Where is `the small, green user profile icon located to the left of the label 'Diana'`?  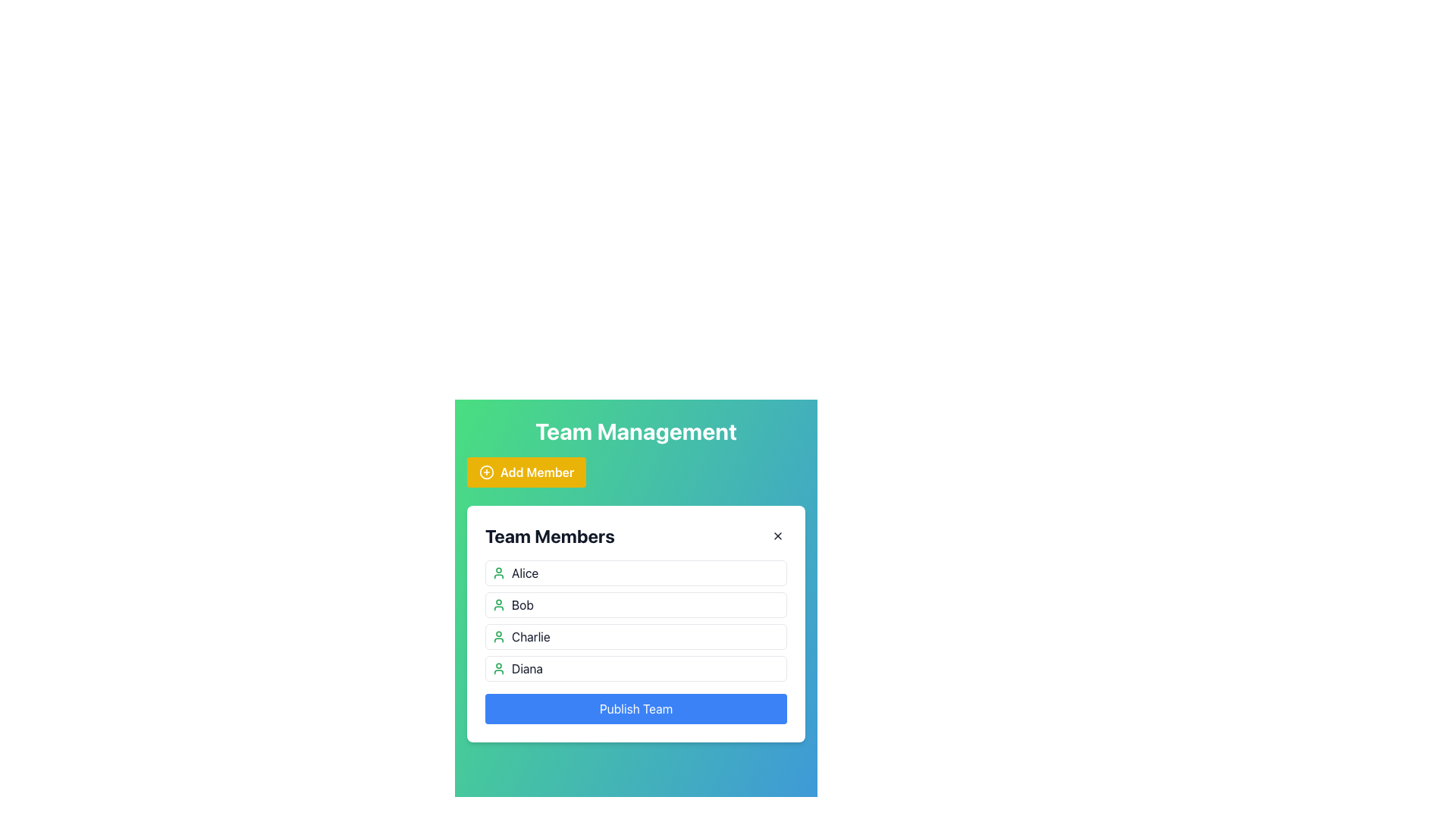
the small, green user profile icon located to the left of the label 'Diana' is located at coordinates (498, 668).